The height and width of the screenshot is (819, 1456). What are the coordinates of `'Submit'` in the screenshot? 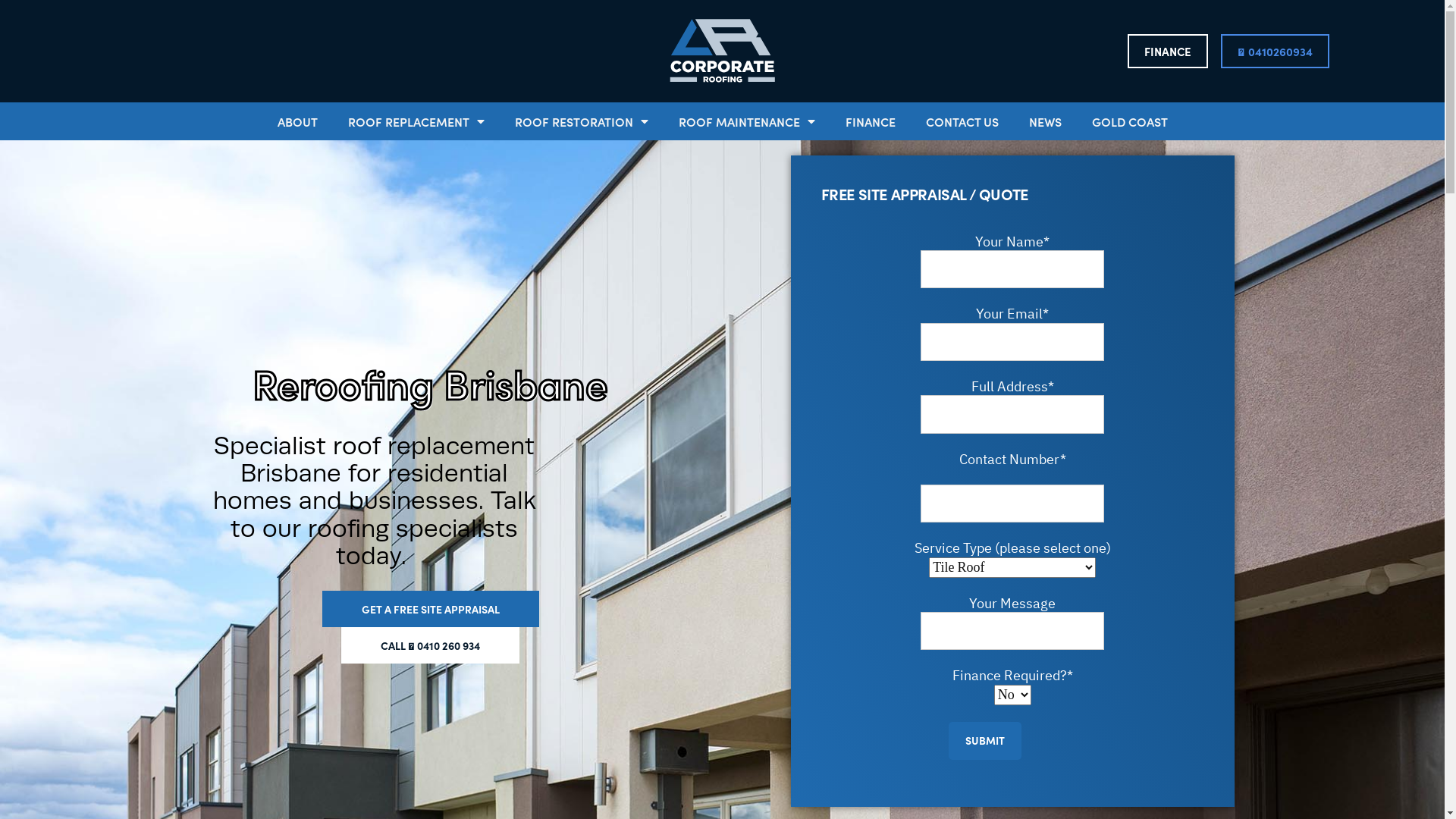 It's located at (985, 739).